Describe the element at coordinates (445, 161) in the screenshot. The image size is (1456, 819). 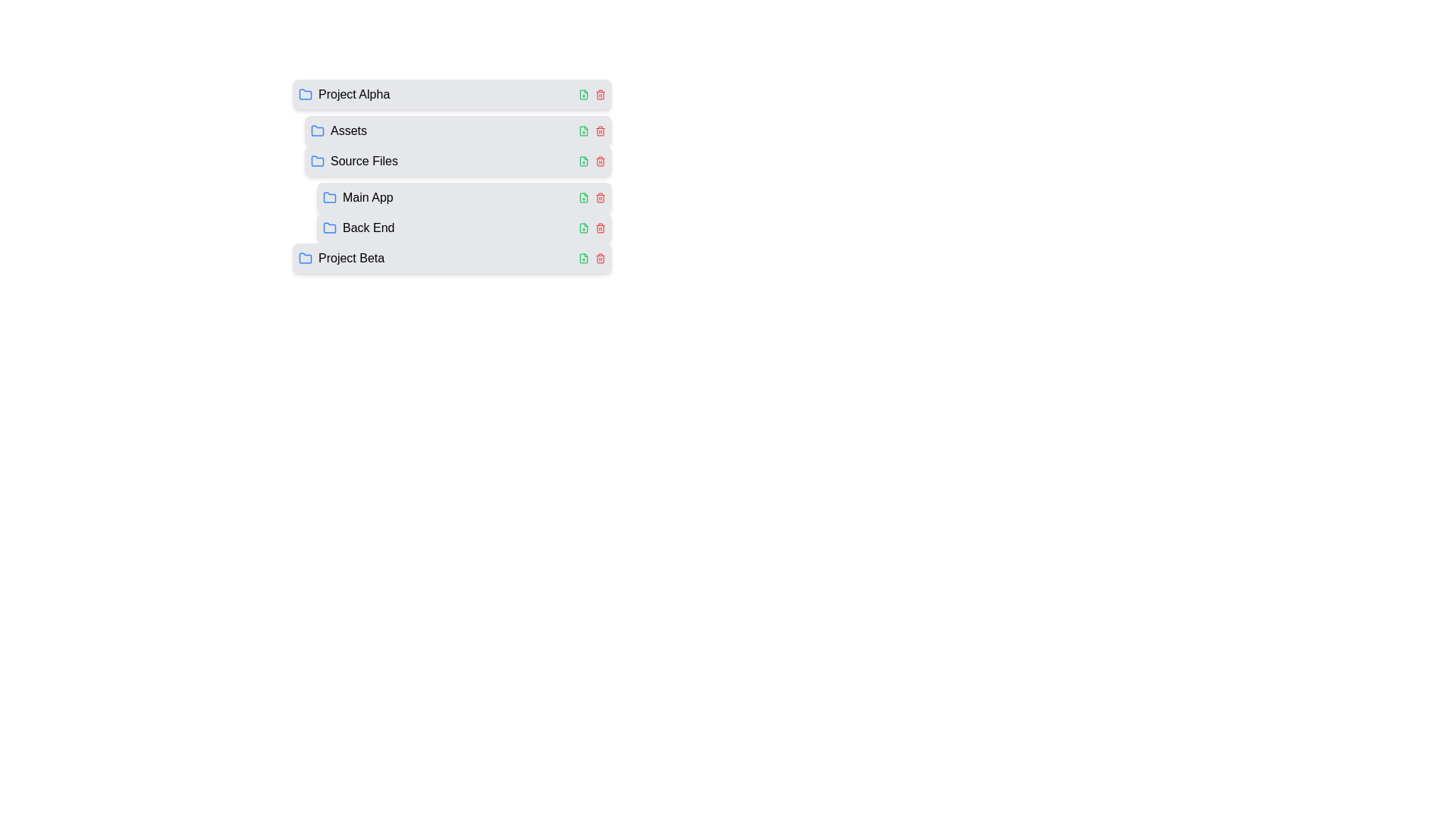
I see `the 'Source Files' list item, which contains a folder icon and action icons` at that location.